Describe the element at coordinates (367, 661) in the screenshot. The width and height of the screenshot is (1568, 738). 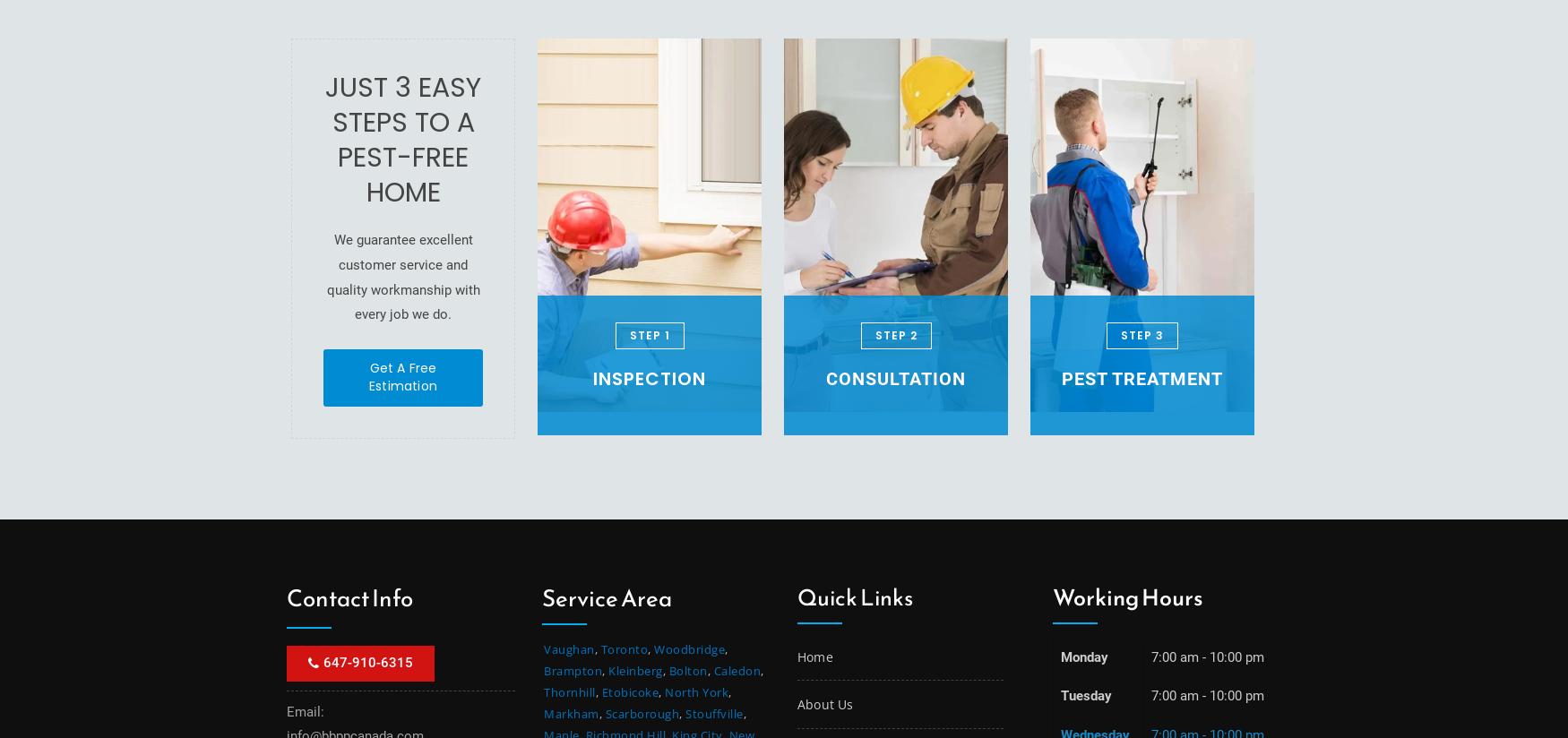
I see `'647-910-6315'` at that location.